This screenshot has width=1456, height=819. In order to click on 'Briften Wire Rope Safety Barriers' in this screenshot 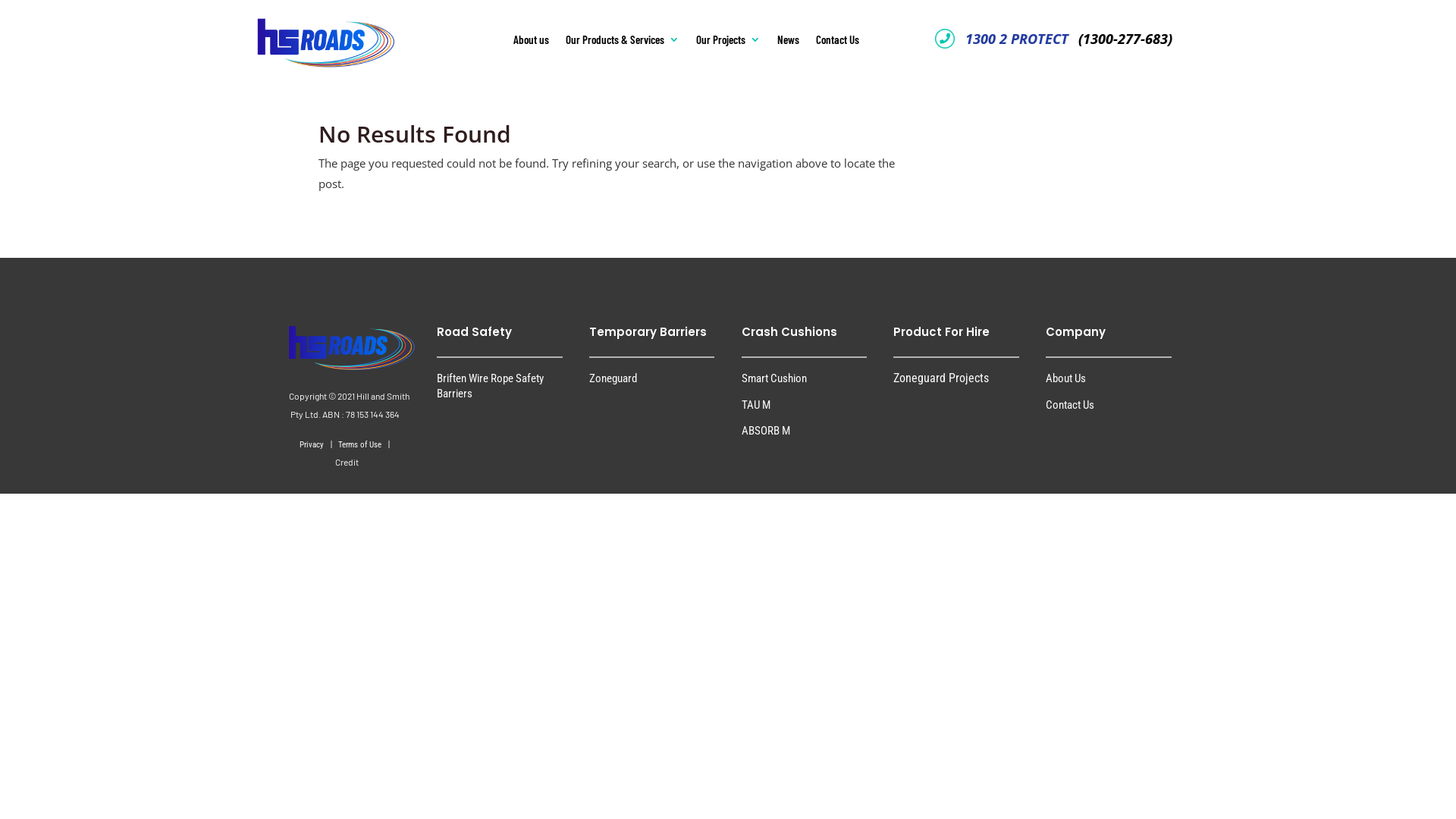, I will do `click(436, 384)`.